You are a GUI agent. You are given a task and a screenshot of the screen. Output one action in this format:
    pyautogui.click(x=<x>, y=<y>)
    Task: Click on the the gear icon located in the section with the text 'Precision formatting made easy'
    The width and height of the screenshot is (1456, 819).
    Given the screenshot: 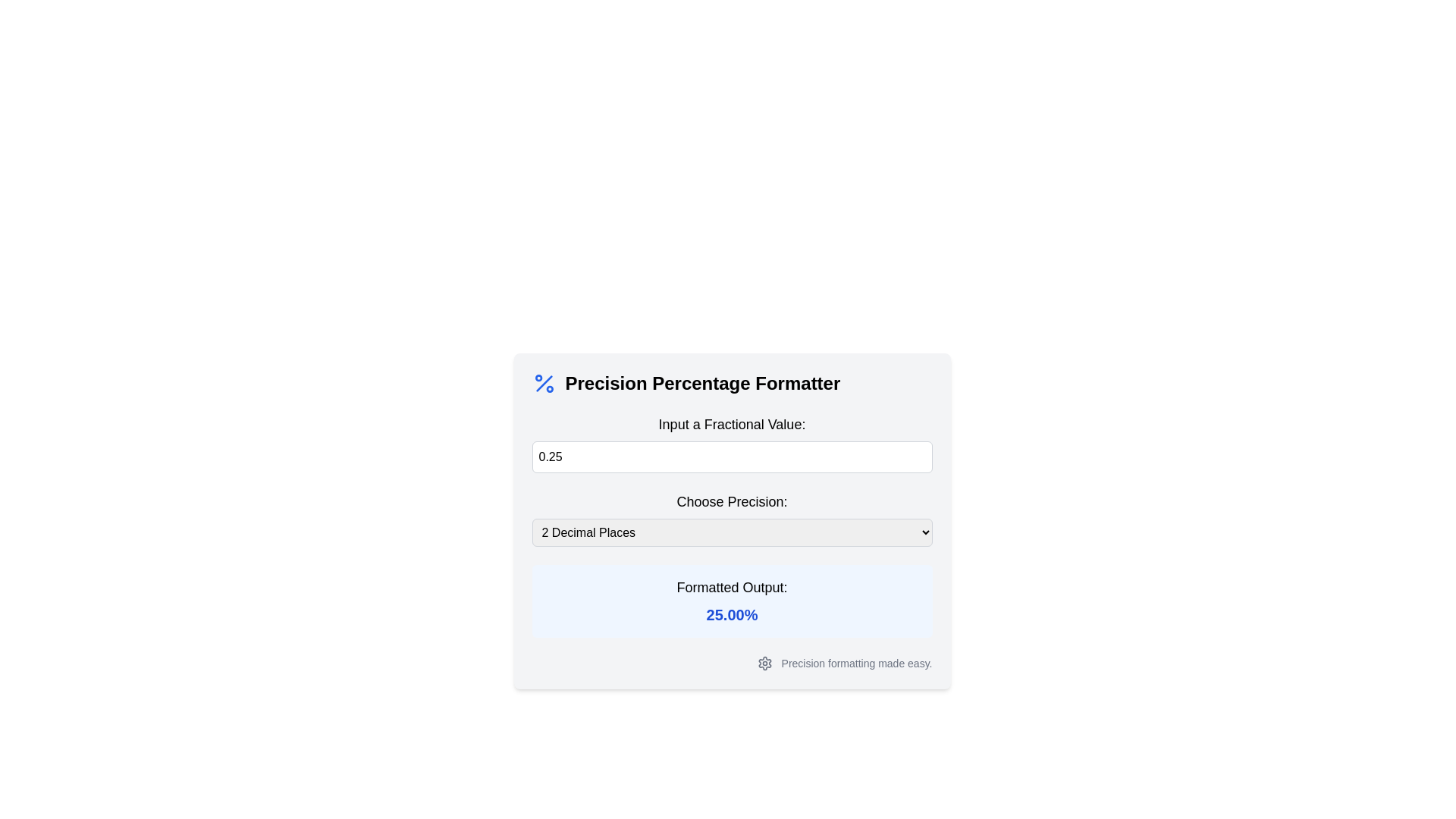 What is the action you would take?
    pyautogui.click(x=764, y=663)
    